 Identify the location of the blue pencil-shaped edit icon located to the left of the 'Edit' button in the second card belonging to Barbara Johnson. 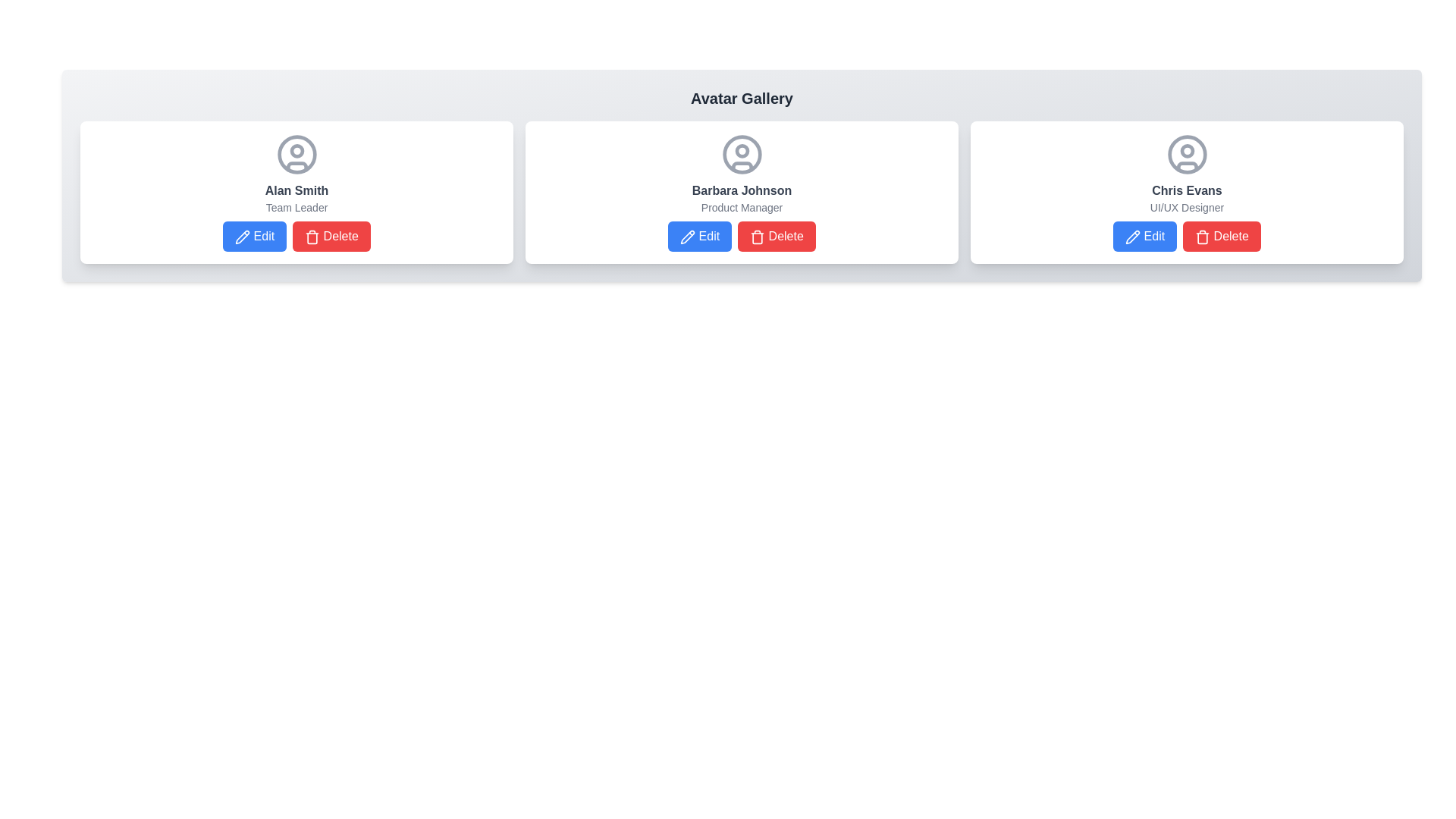
(687, 237).